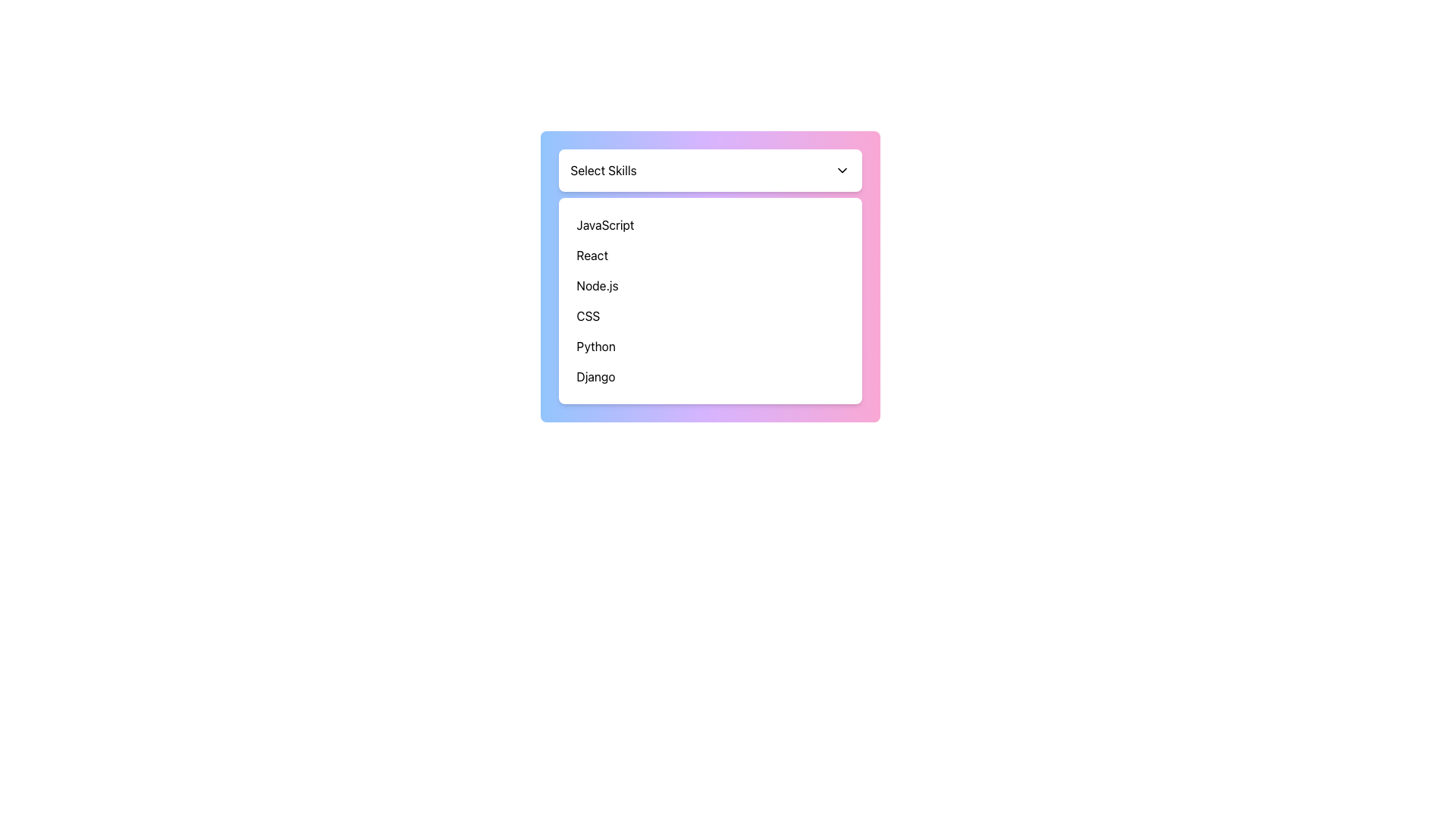 The image size is (1456, 819). Describe the element at coordinates (587, 315) in the screenshot. I see `the text label displaying 'CSS' in a bold sans-serif font, which is centrally aligned within the dropdown menu under 'Select Skills'` at that location.